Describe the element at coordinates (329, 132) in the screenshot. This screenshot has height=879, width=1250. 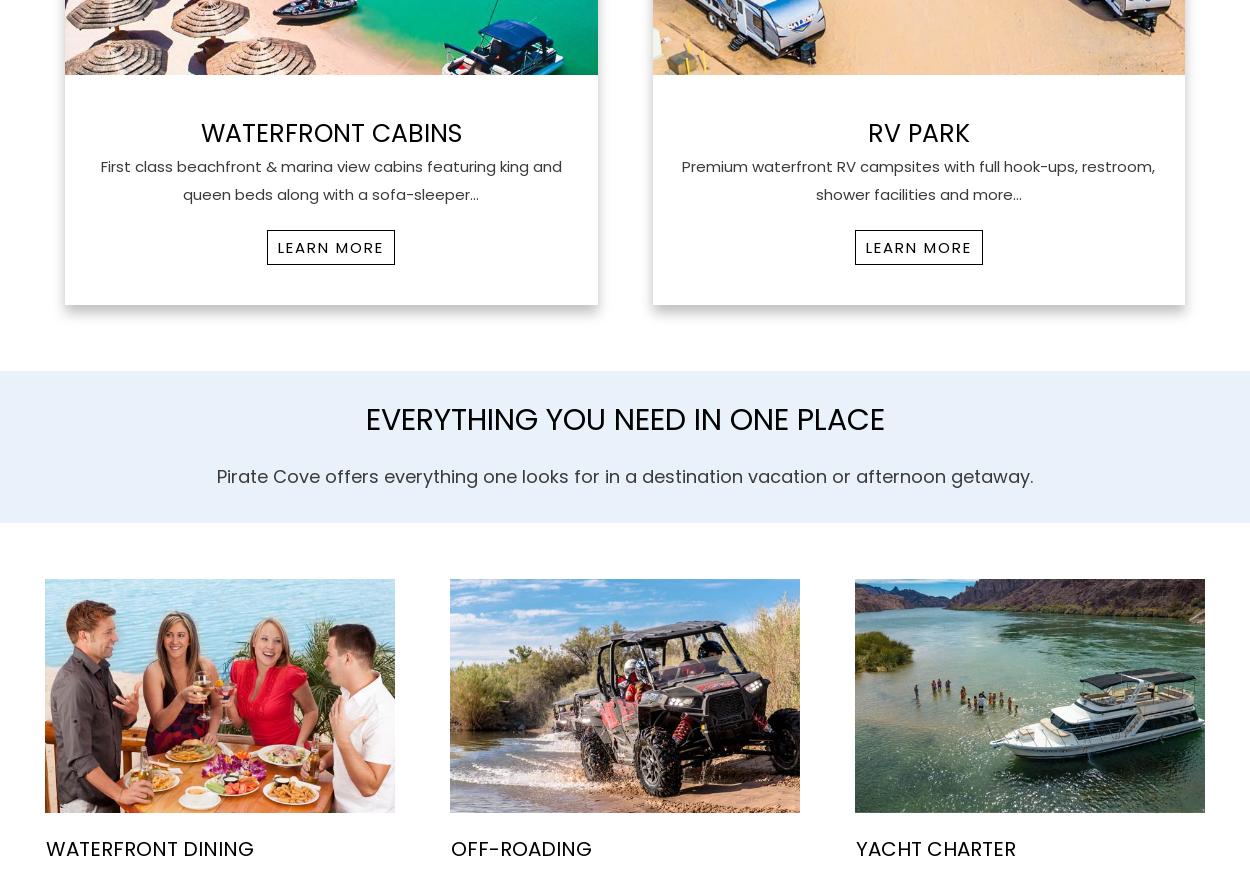
I see `'WaterFront Cabins'` at that location.